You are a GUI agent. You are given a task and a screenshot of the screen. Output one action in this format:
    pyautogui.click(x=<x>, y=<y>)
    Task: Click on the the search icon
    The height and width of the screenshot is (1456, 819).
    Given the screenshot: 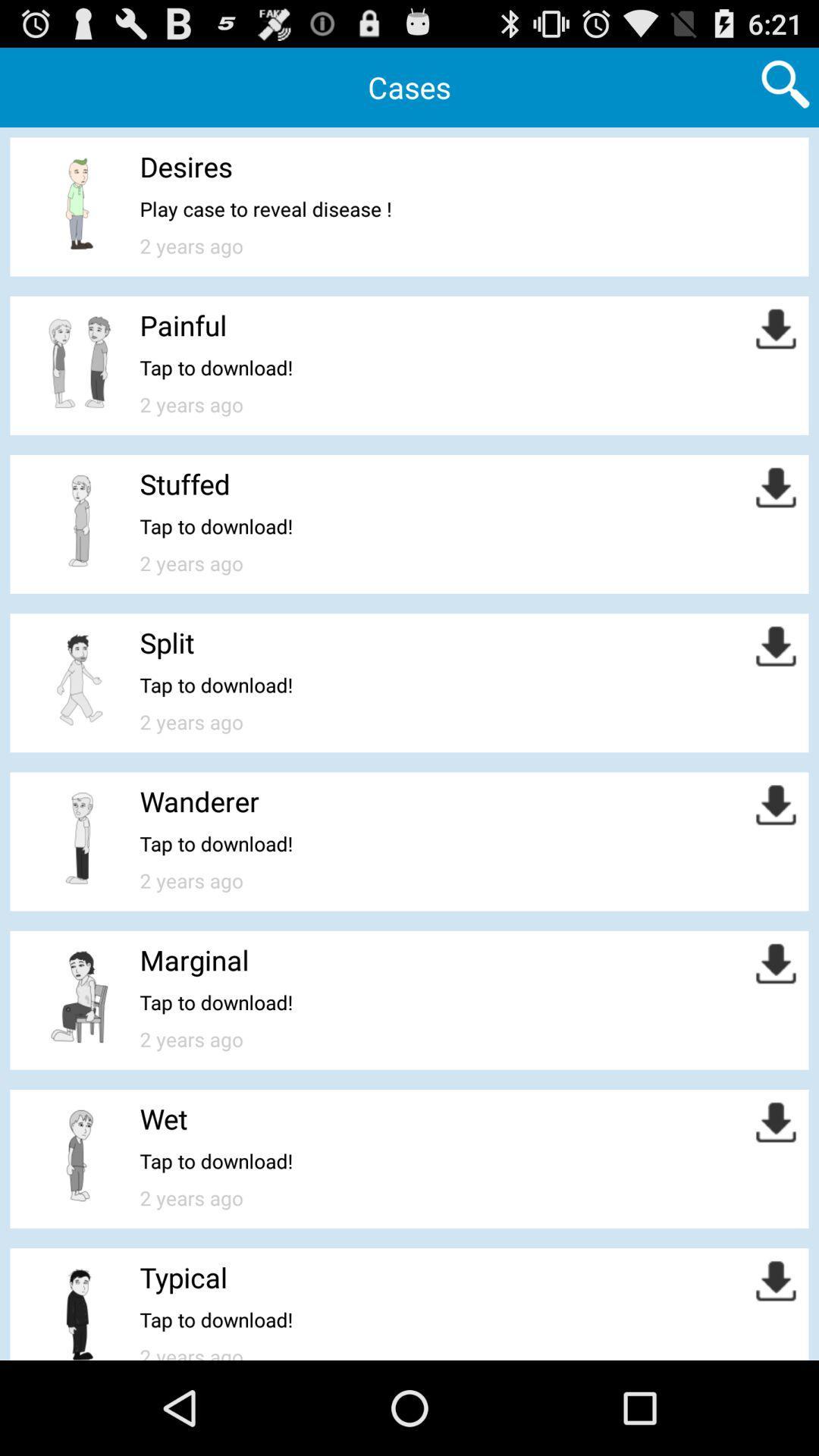 What is the action you would take?
    pyautogui.click(x=785, y=89)
    